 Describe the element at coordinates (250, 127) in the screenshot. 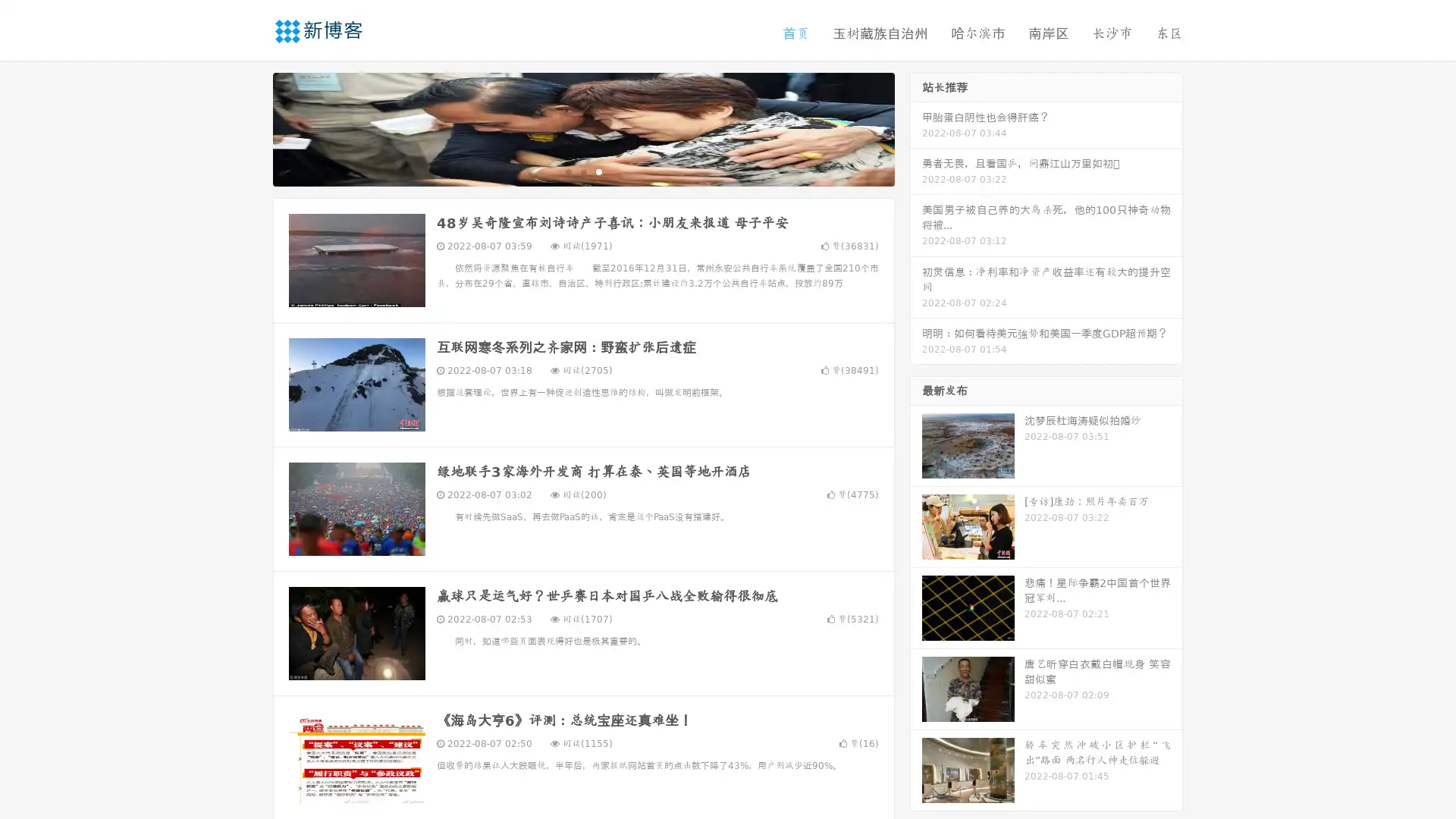

I see `Previous slide` at that location.